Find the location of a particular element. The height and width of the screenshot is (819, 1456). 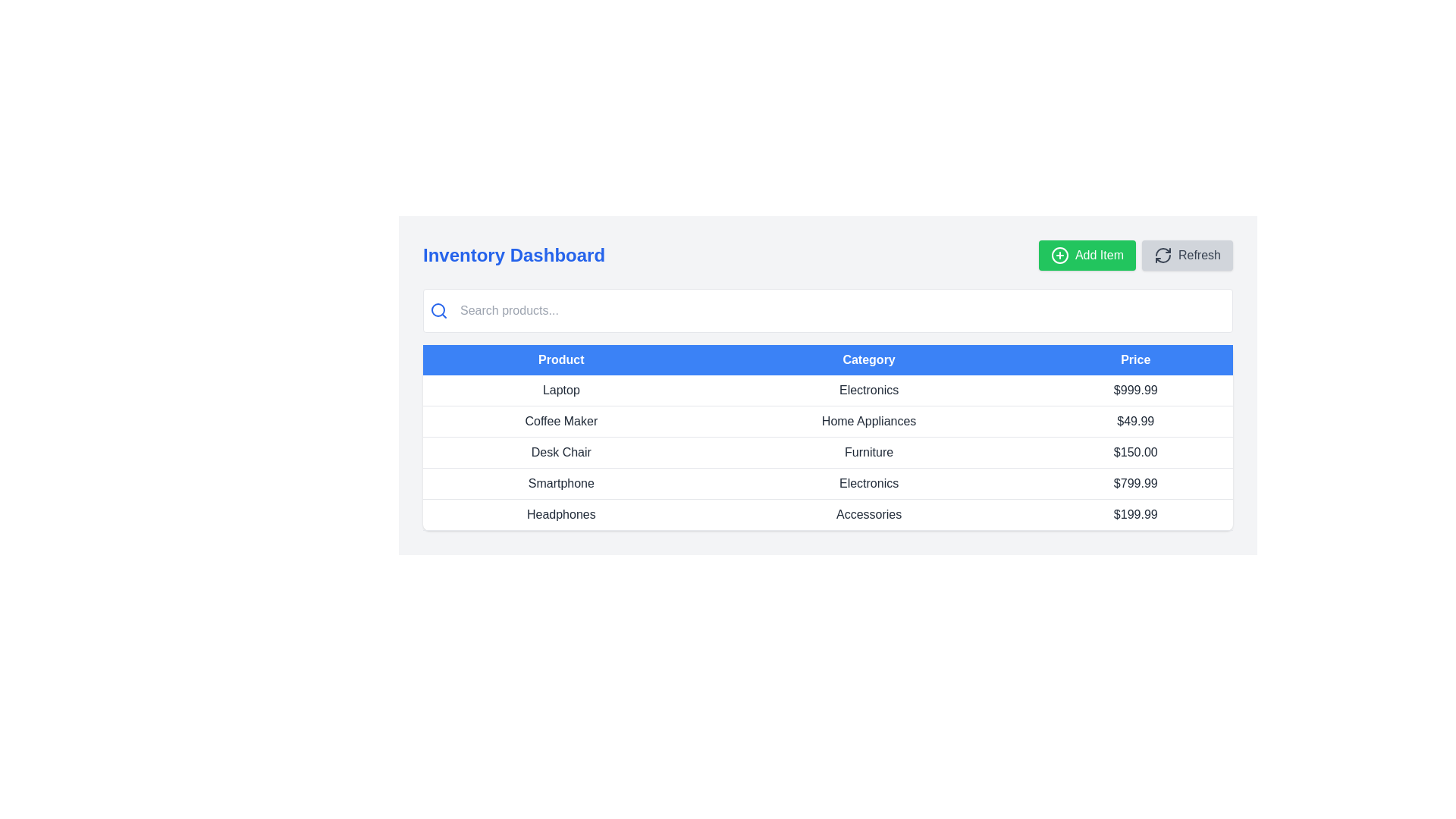

the last table row that provides information about a product, which includes its name, category, and price is located at coordinates (827, 513).